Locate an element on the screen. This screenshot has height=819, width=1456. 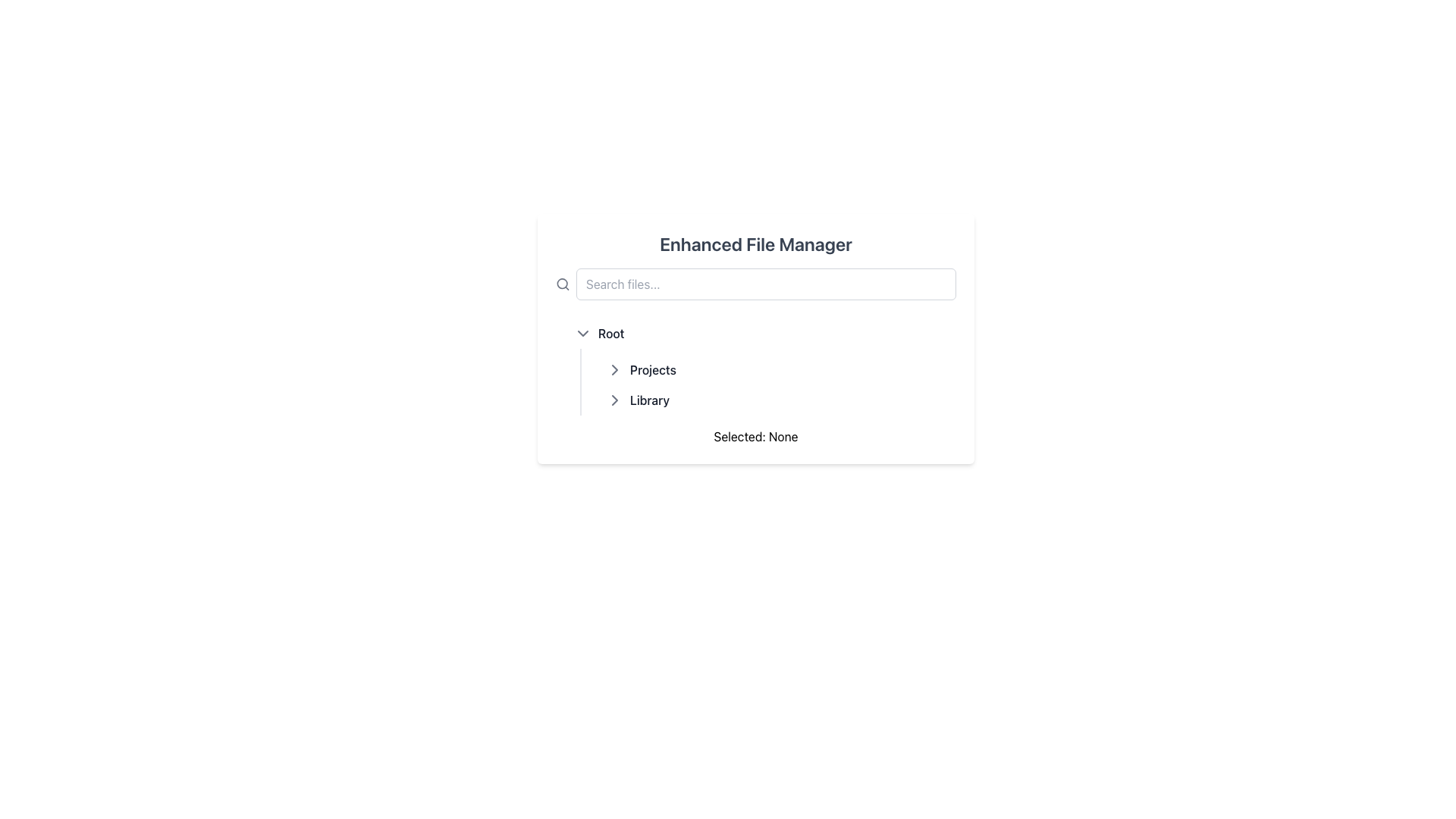
the right-pointing chevron icon located to the left of the 'Projects' text is located at coordinates (615, 370).